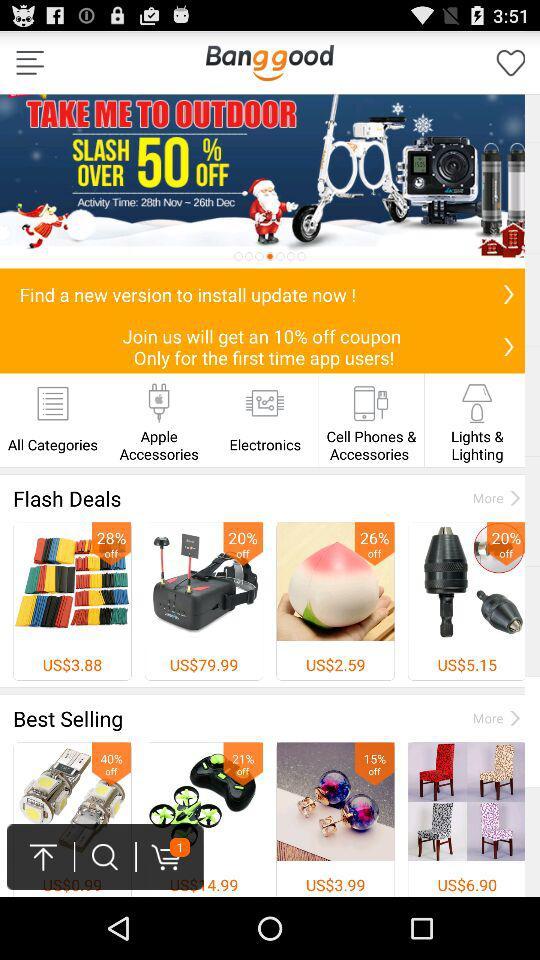 The width and height of the screenshot is (540, 960). What do you see at coordinates (508, 293) in the screenshot?
I see `install update now` at bounding box center [508, 293].